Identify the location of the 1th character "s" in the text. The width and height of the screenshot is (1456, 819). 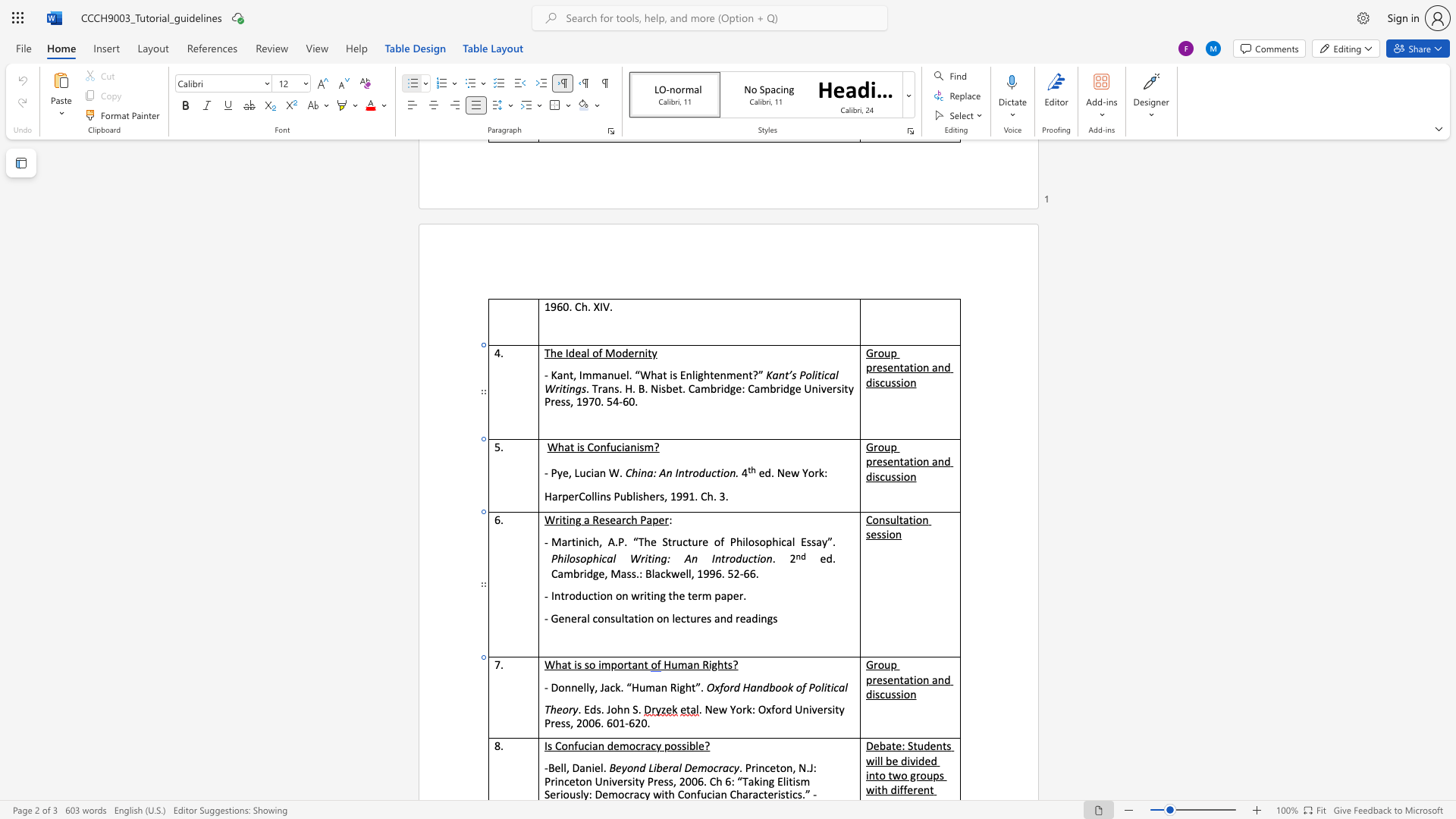
(607, 519).